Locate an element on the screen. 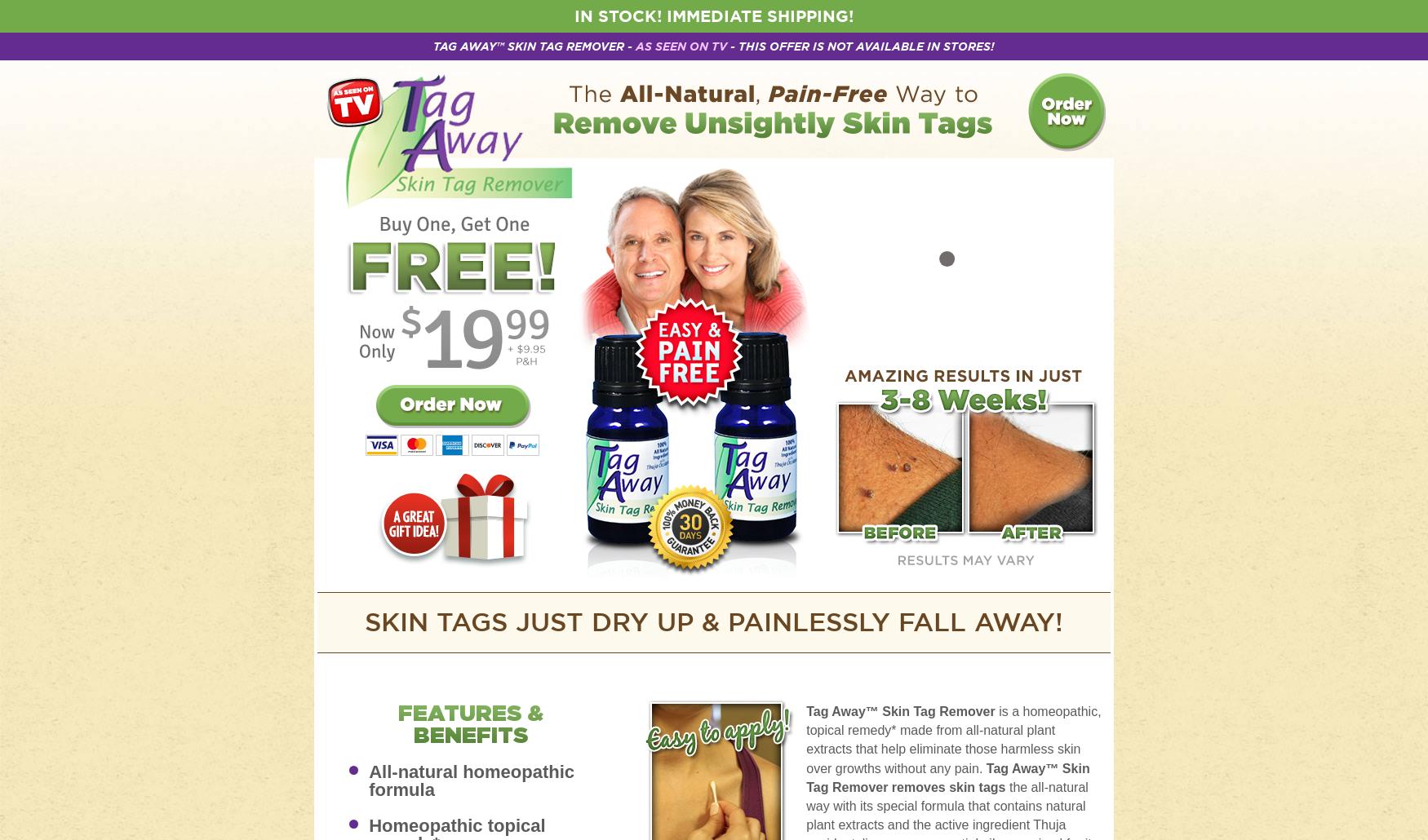 This screenshot has height=840, width=1428. 'Tag Away™ Skin Tag Remover' is located at coordinates (900, 710).